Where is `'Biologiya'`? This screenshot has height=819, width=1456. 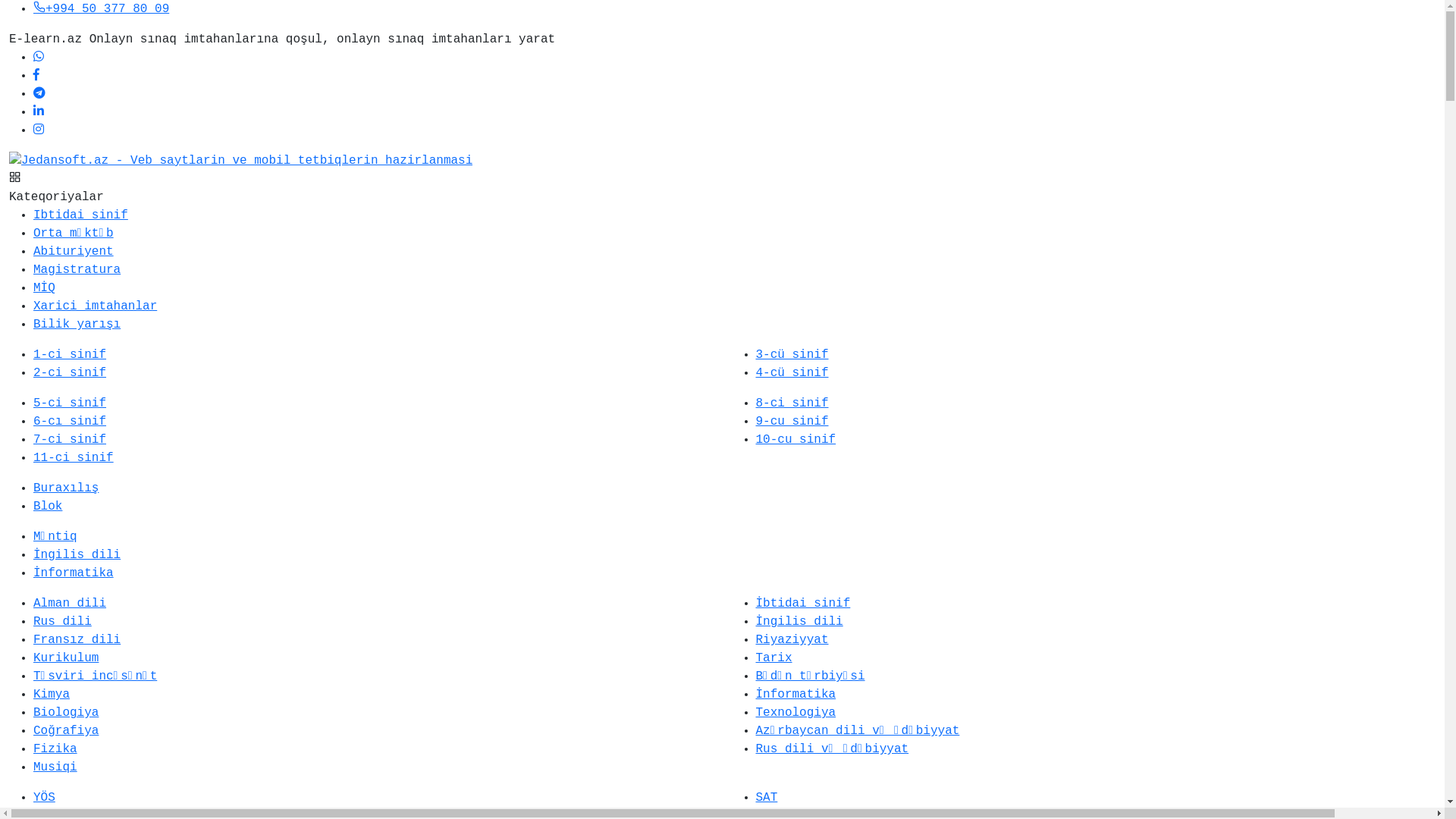 'Biologiya' is located at coordinates (64, 713).